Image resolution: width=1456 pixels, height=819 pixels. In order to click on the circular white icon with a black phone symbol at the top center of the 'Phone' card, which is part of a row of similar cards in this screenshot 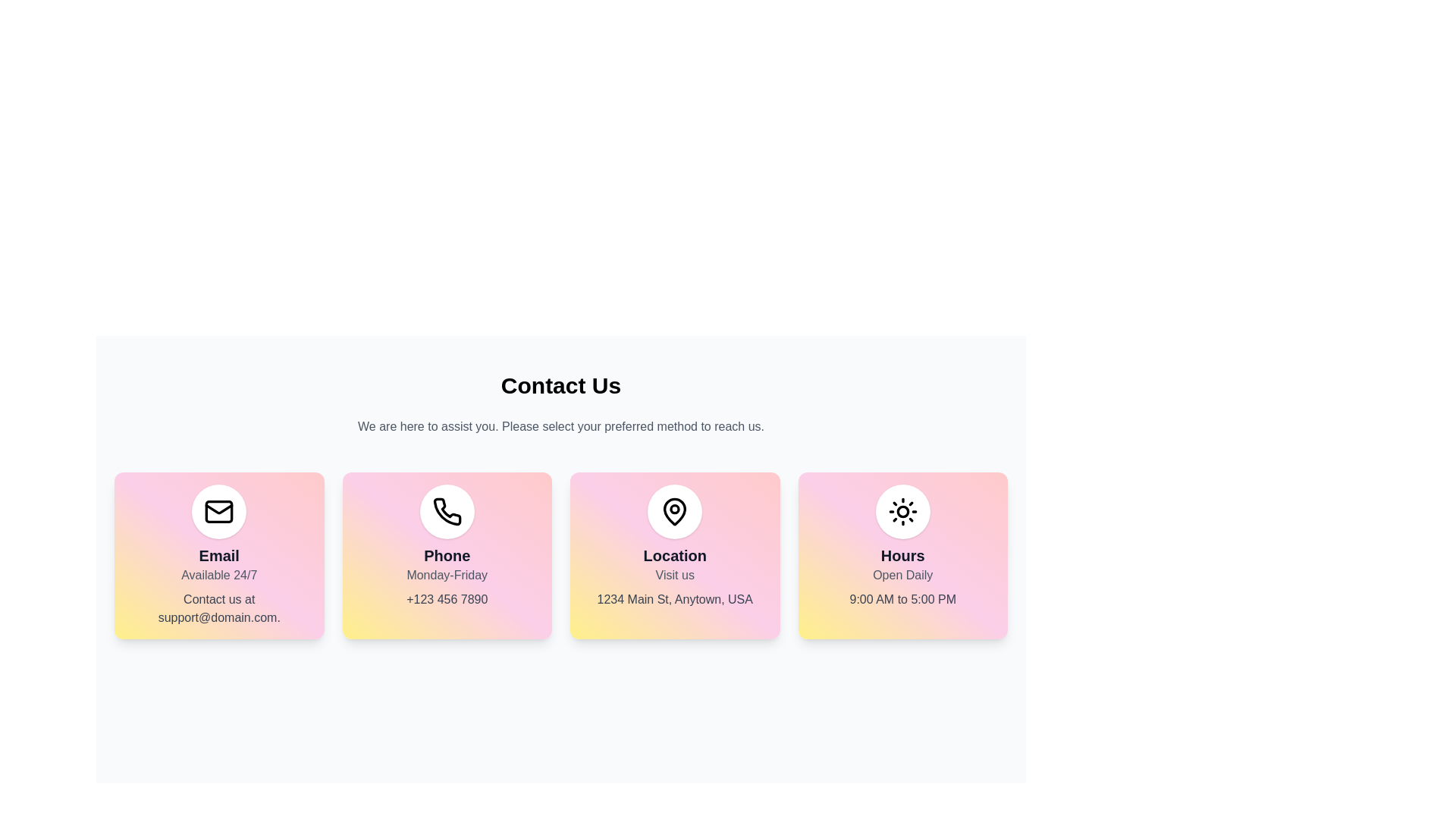, I will do `click(446, 512)`.